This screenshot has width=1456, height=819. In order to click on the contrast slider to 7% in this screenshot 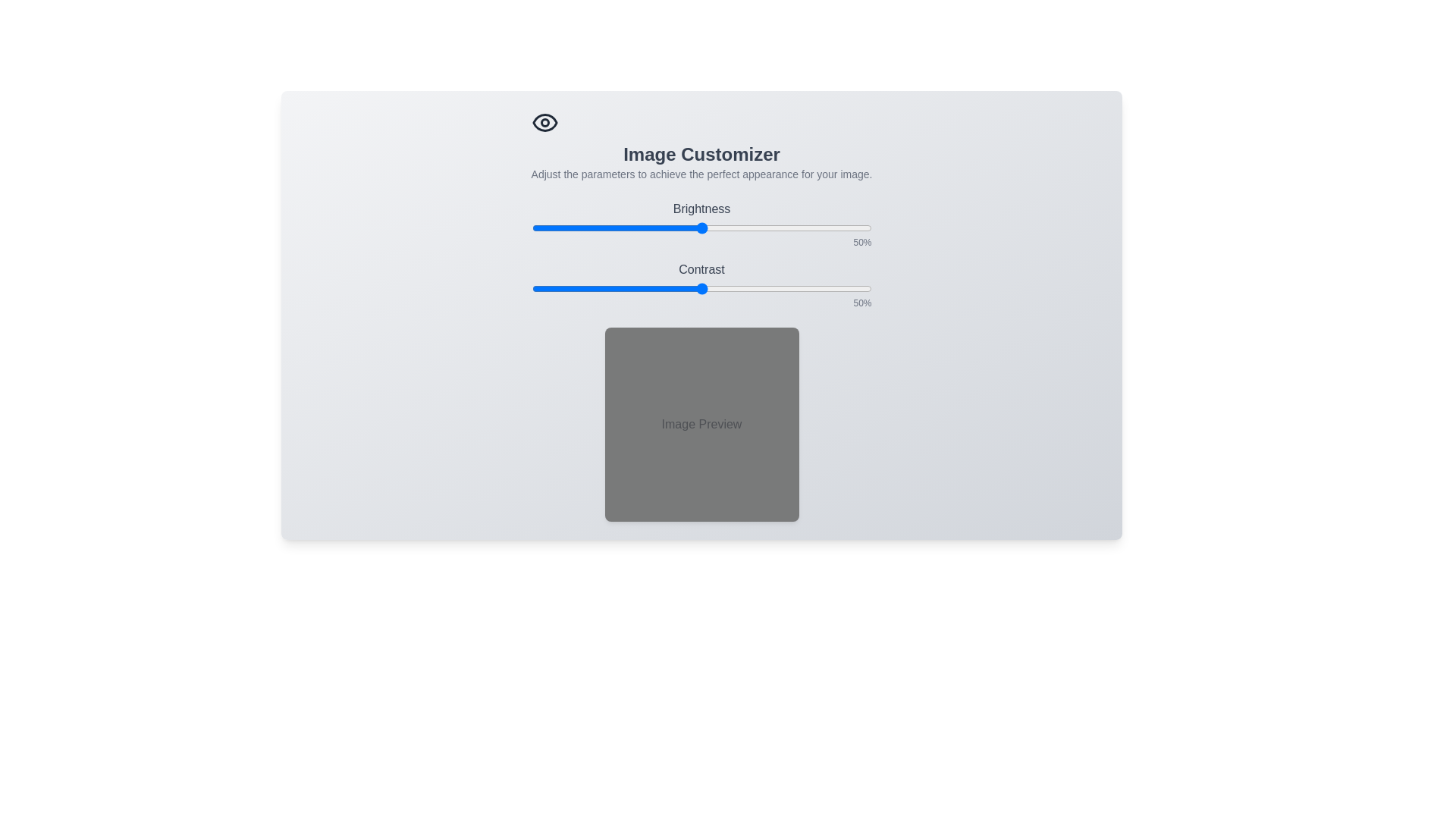, I will do `click(554, 289)`.